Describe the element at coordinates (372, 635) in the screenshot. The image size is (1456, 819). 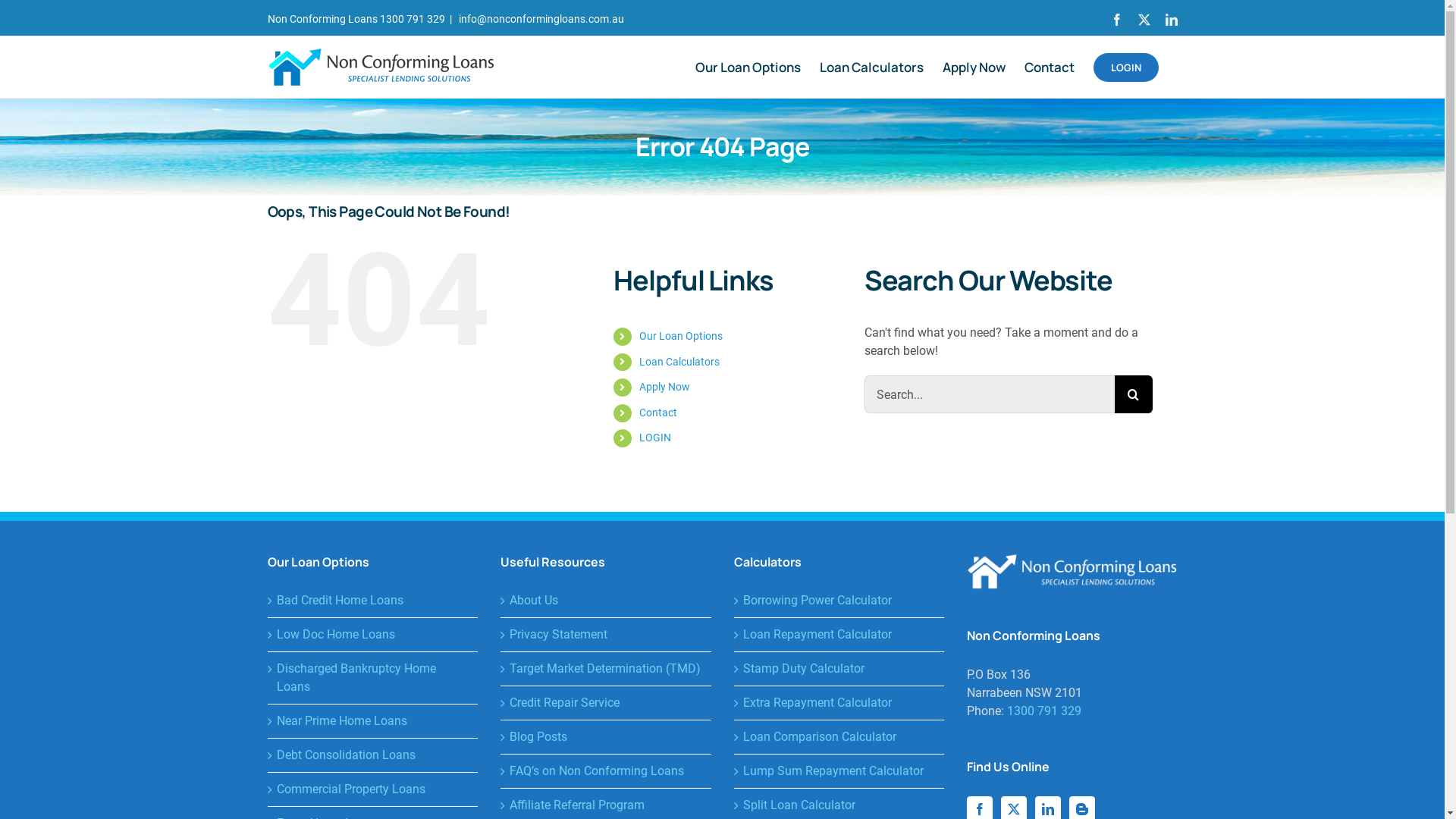
I see `'Low Doc Home Loans'` at that location.